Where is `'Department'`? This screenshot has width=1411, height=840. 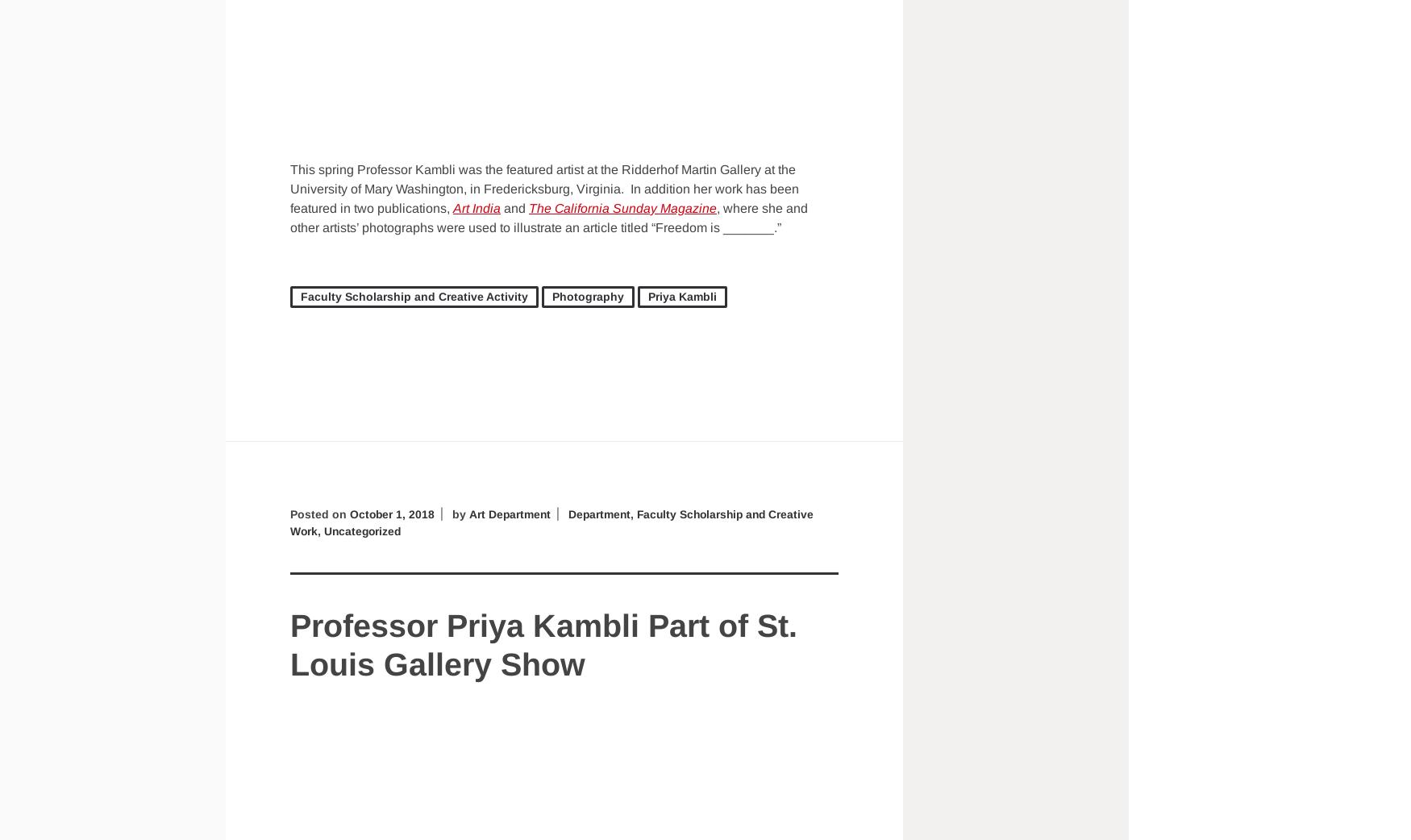
'Department' is located at coordinates (602, 513).